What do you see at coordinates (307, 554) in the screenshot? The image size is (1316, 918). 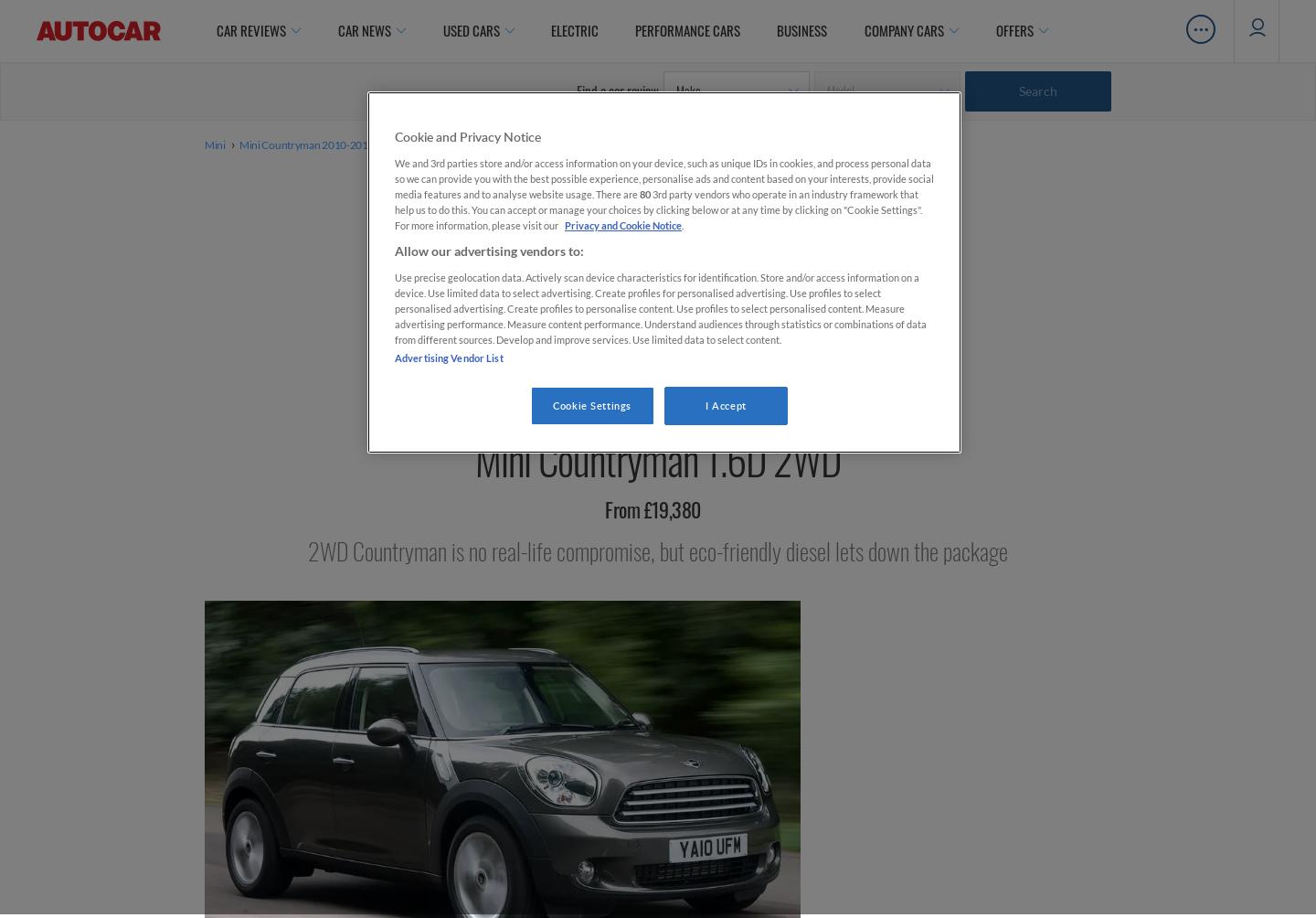 I see `'2WD Countryman is no real-life compromise, but eco-friendly diesel lets down the package'` at bounding box center [307, 554].